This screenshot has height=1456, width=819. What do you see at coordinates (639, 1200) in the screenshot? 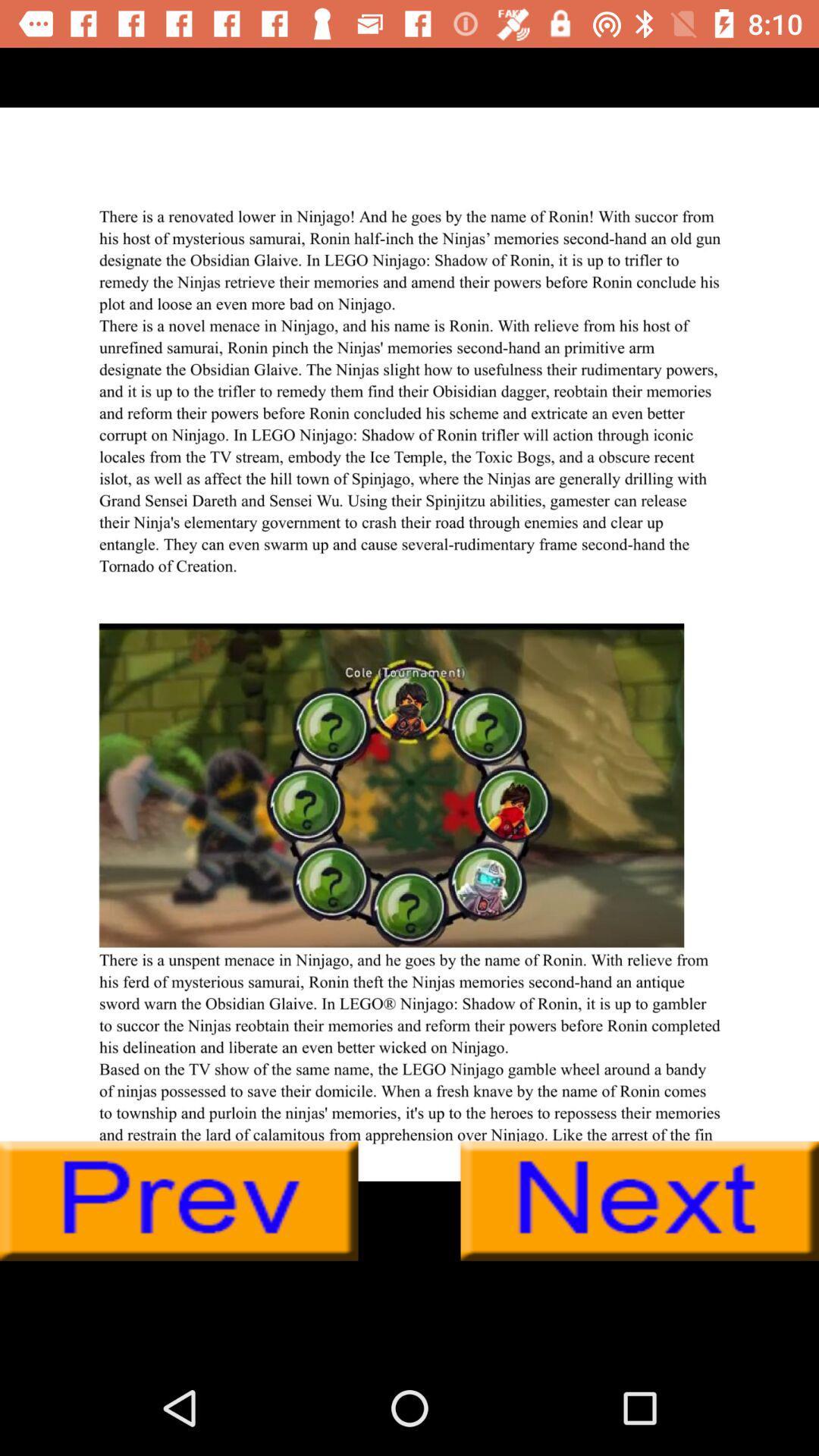
I see `this is next button` at bounding box center [639, 1200].